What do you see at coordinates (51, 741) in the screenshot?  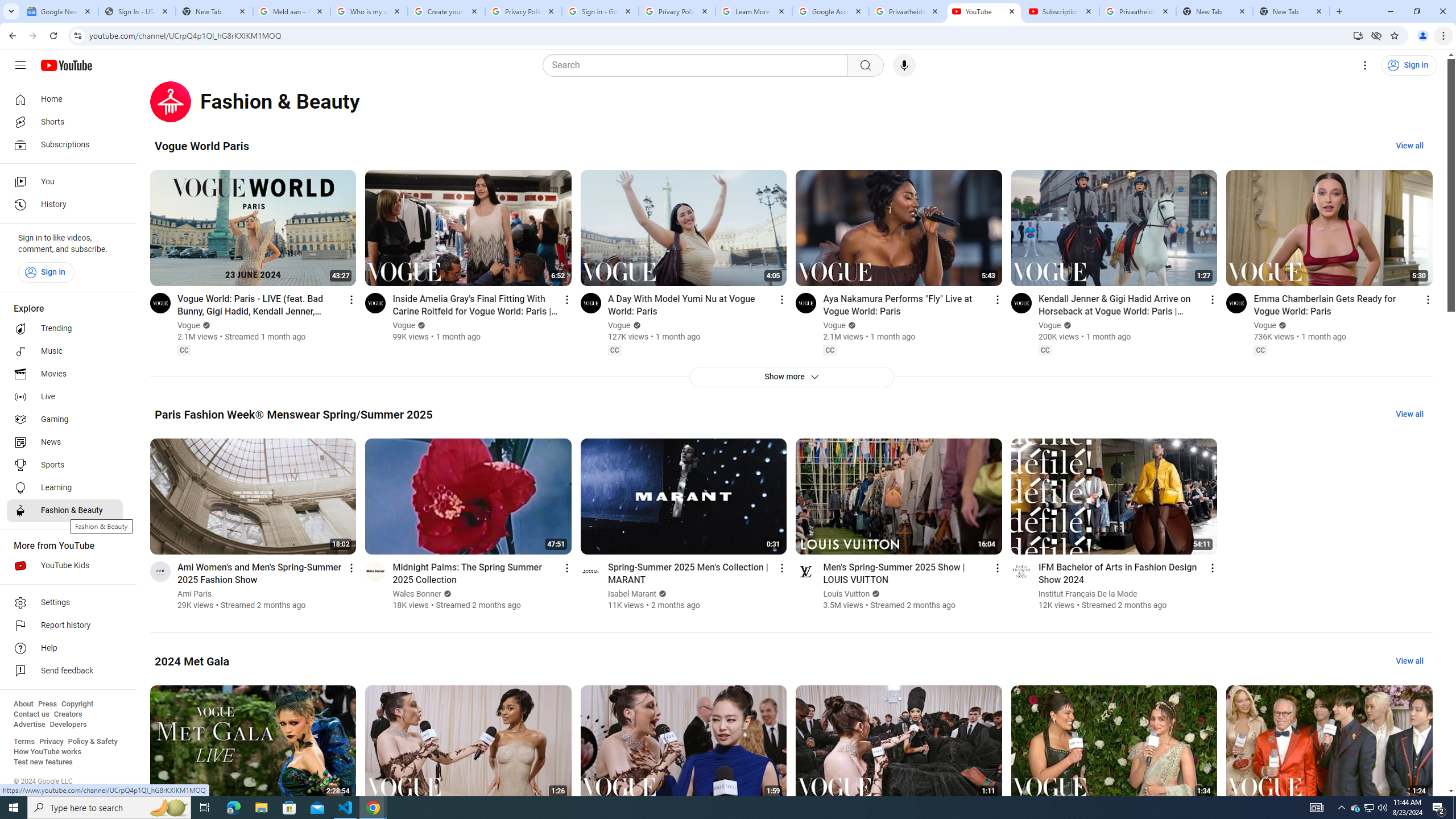 I see `'Privacy'` at bounding box center [51, 741].